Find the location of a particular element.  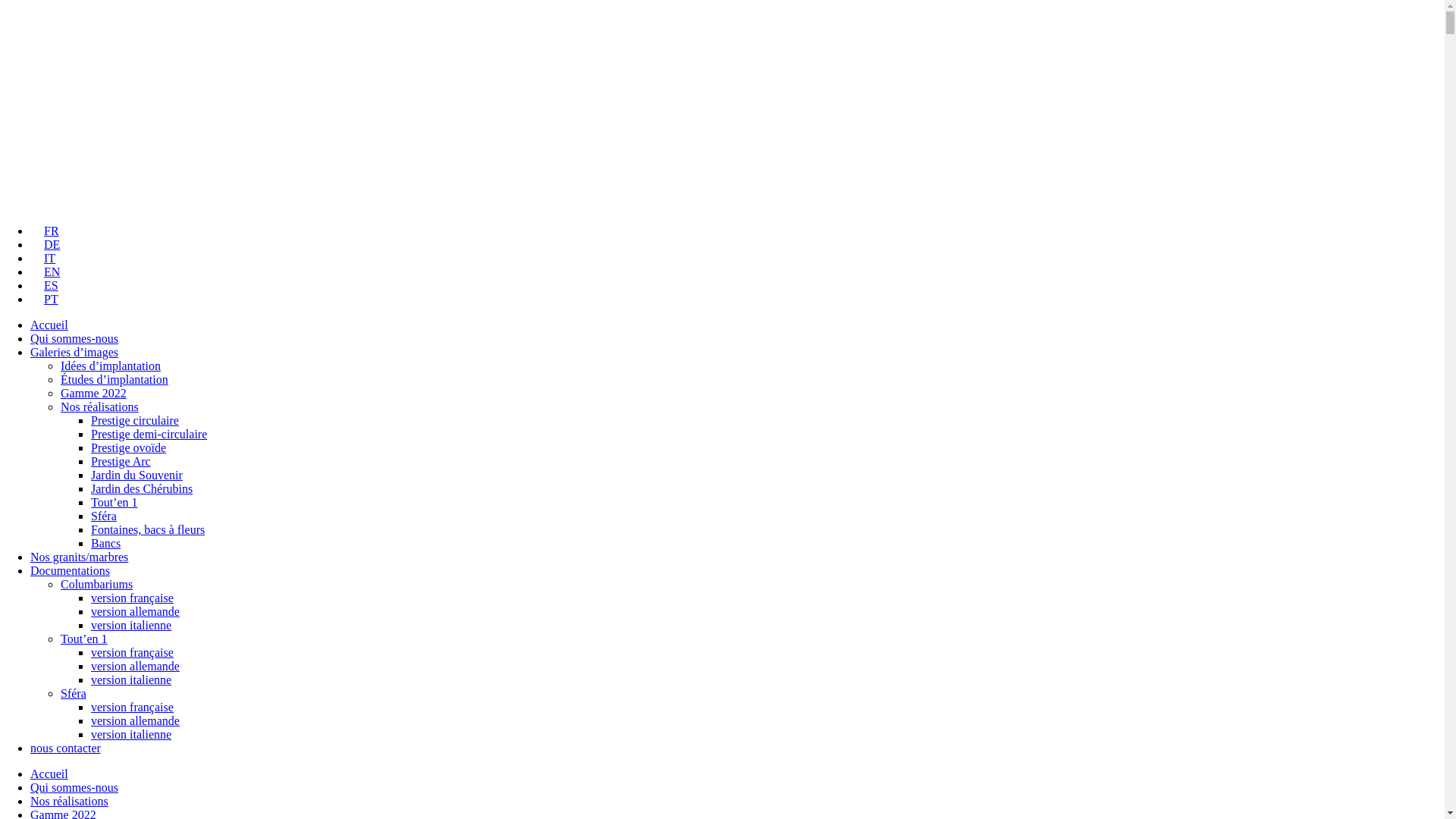

'DE' is located at coordinates (45, 243).